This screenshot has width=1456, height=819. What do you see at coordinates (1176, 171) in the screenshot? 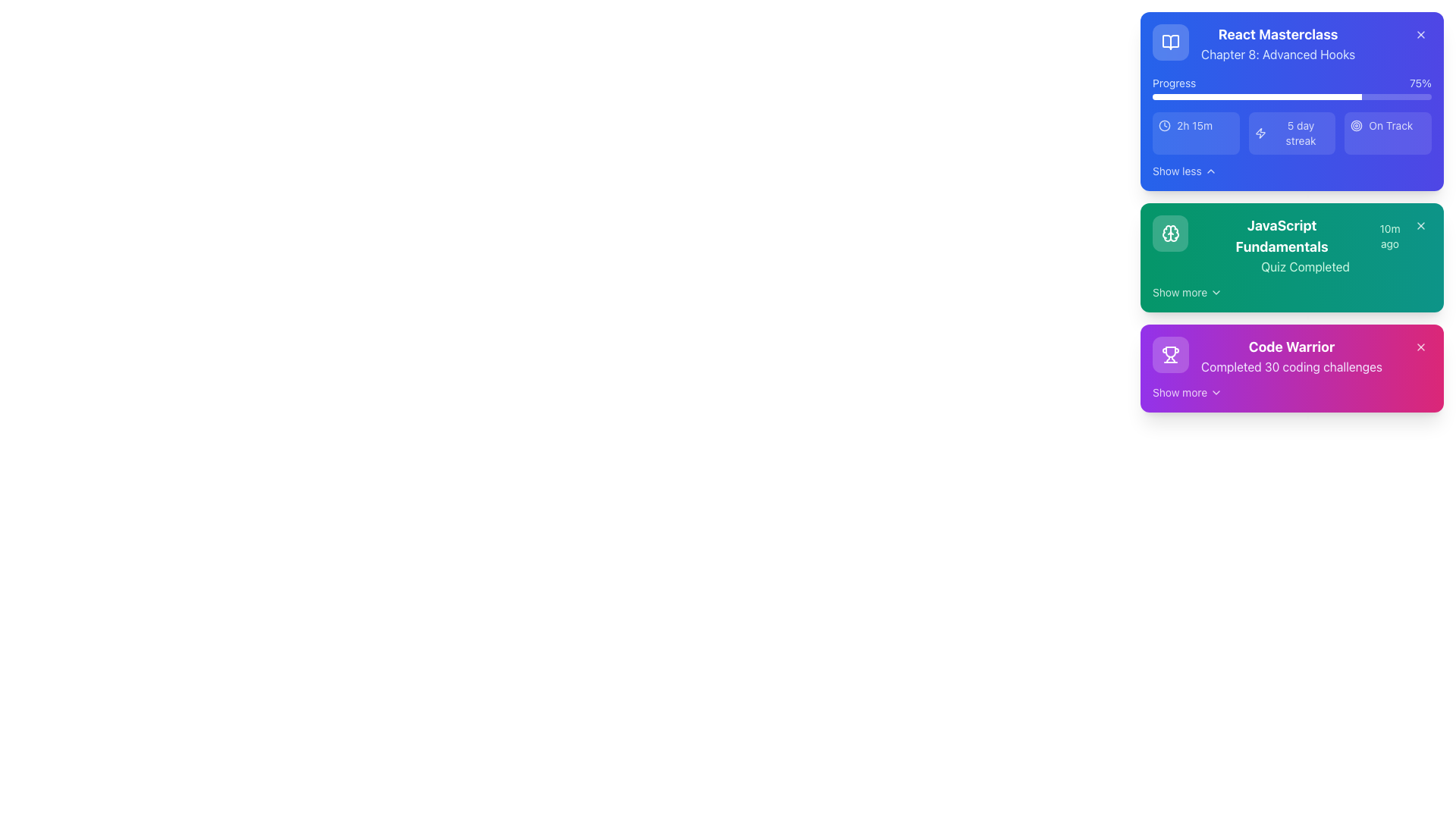
I see `the static text label that indicates a toggle action to collapse the content of the card, located in the blue card at the top of the vertical layout of cards` at bounding box center [1176, 171].